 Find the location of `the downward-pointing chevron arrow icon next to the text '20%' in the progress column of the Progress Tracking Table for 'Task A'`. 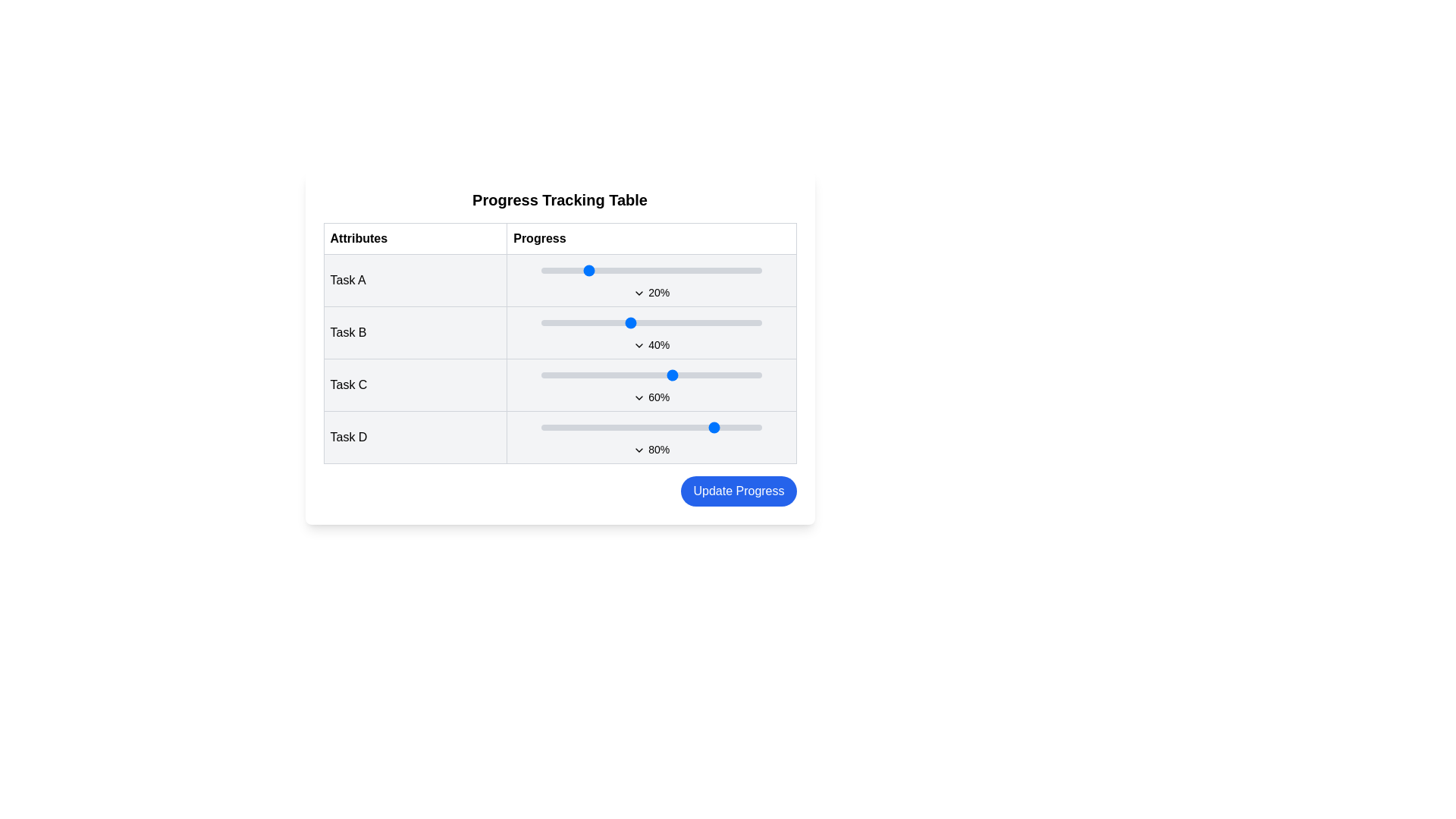

the downward-pointing chevron arrow icon next to the text '20%' in the progress column of the Progress Tracking Table for 'Task A' is located at coordinates (639, 293).